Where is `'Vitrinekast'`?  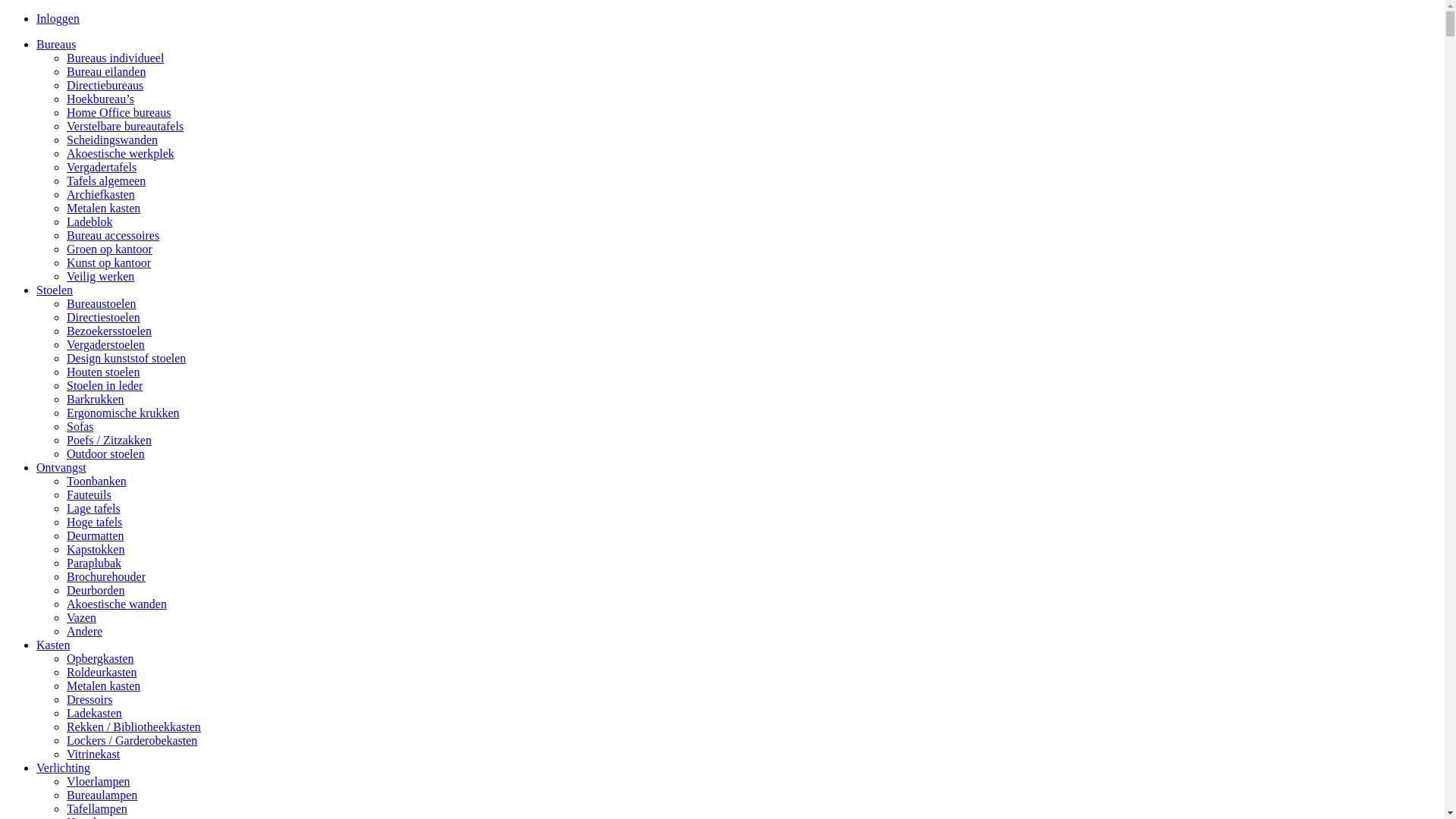
'Vitrinekast' is located at coordinates (93, 754).